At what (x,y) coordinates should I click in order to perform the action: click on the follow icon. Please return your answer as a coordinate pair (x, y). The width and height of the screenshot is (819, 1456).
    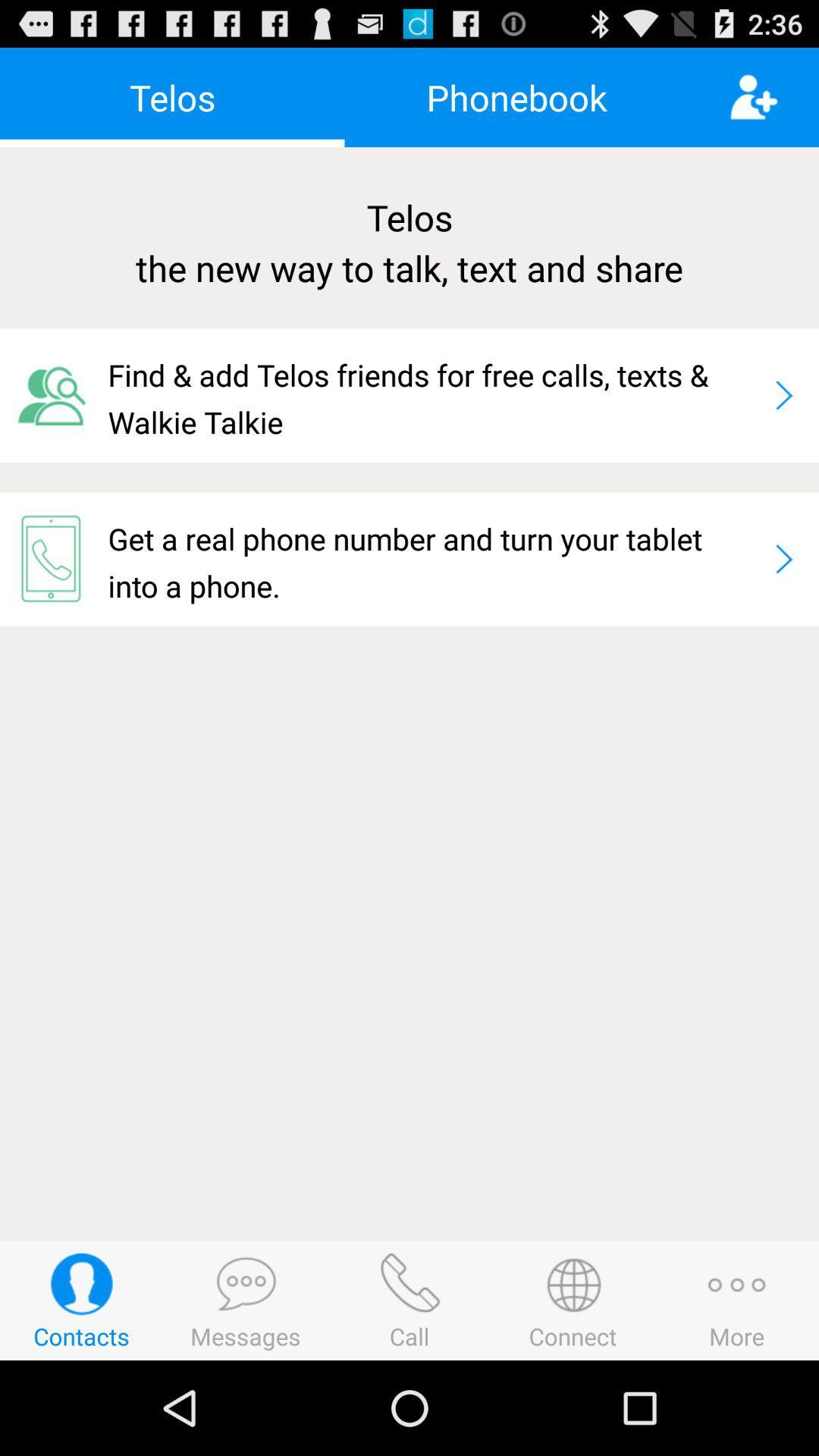
    Looking at the image, I should click on (773, 103).